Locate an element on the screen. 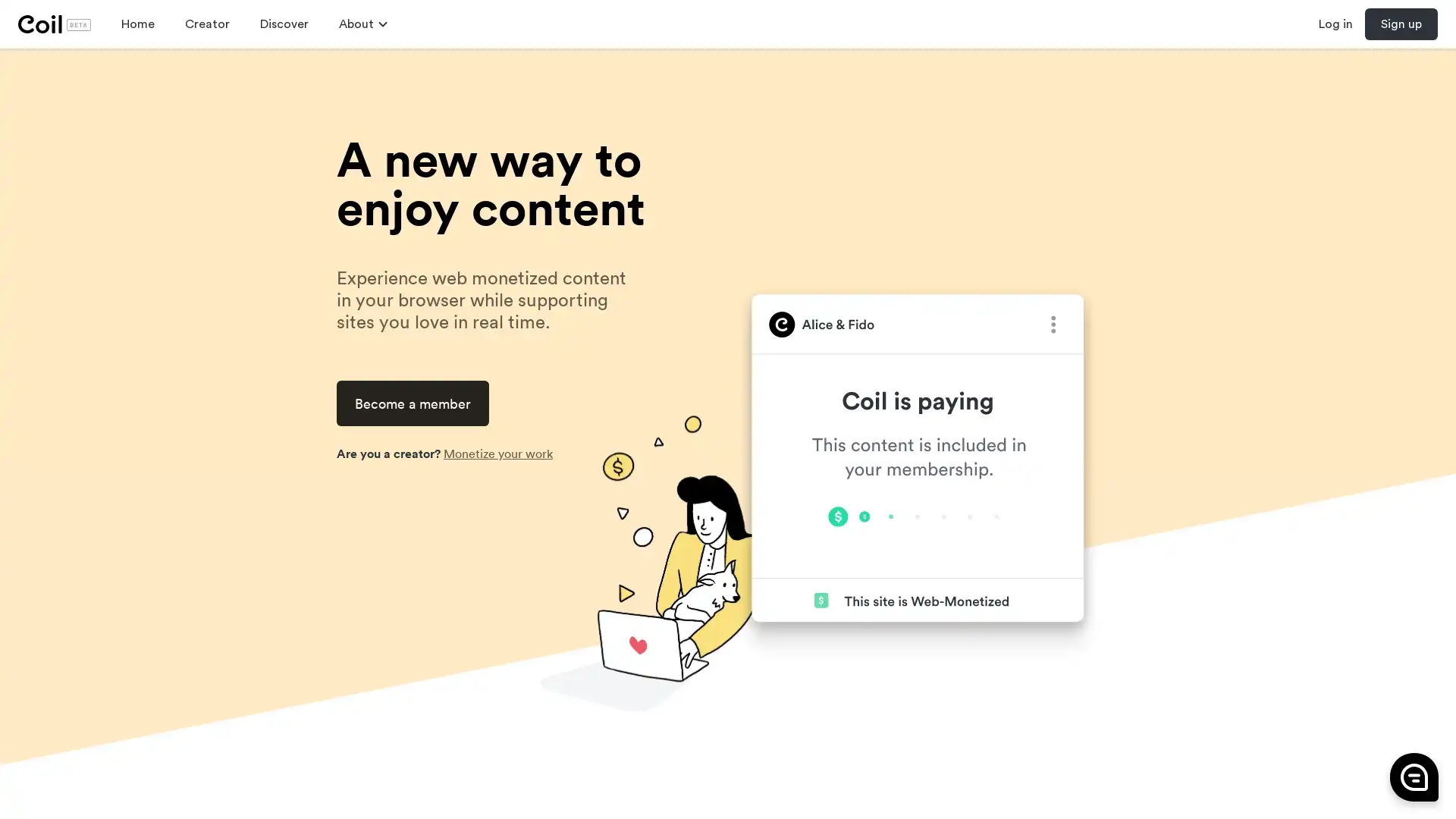 This screenshot has width=1456, height=819. Home is located at coordinates (138, 24).